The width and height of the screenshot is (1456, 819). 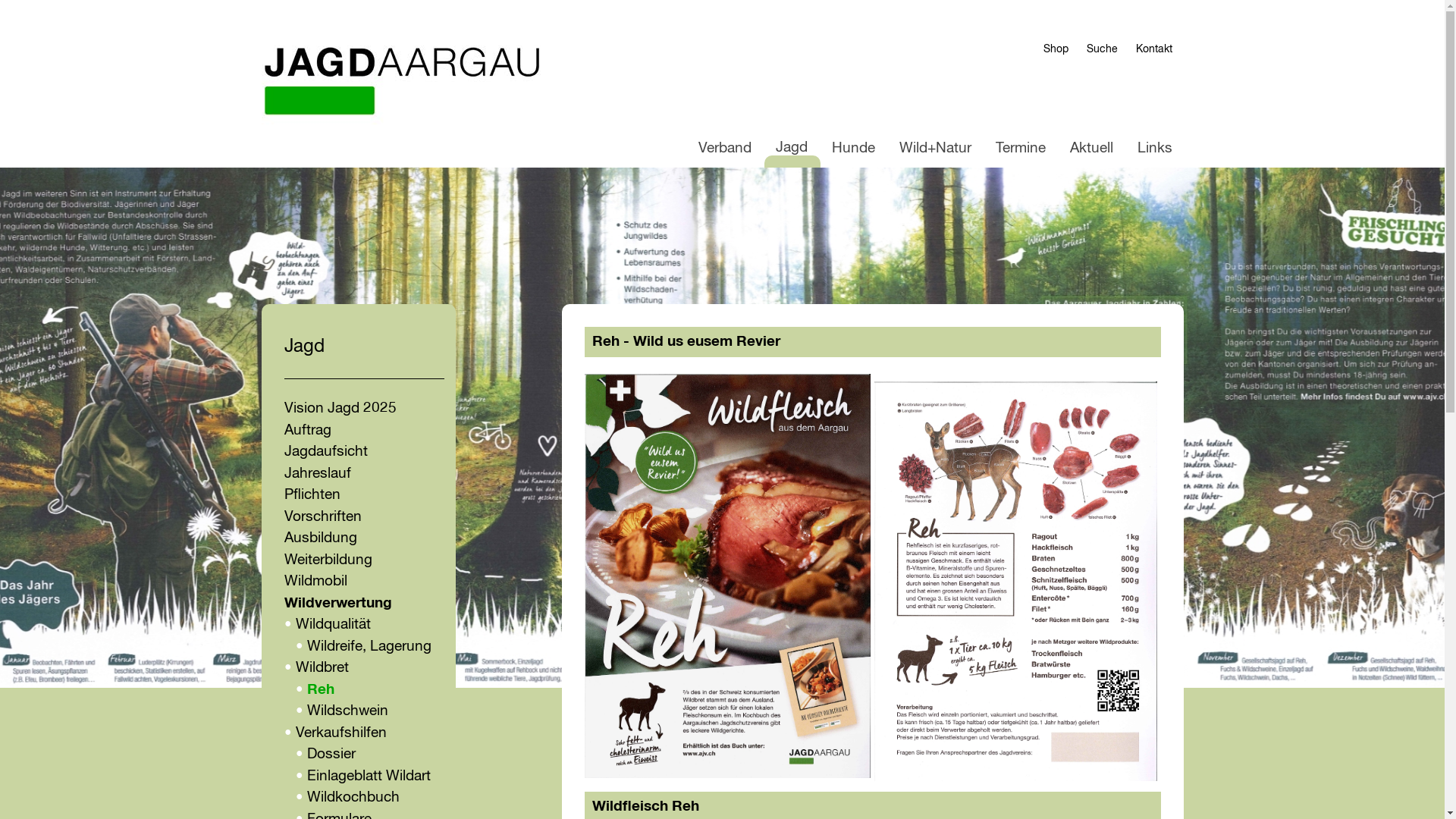 What do you see at coordinates (338, 407) in the screenshot?
I see `'Vision Jagd 2025'` at bounding box center [338, 407].